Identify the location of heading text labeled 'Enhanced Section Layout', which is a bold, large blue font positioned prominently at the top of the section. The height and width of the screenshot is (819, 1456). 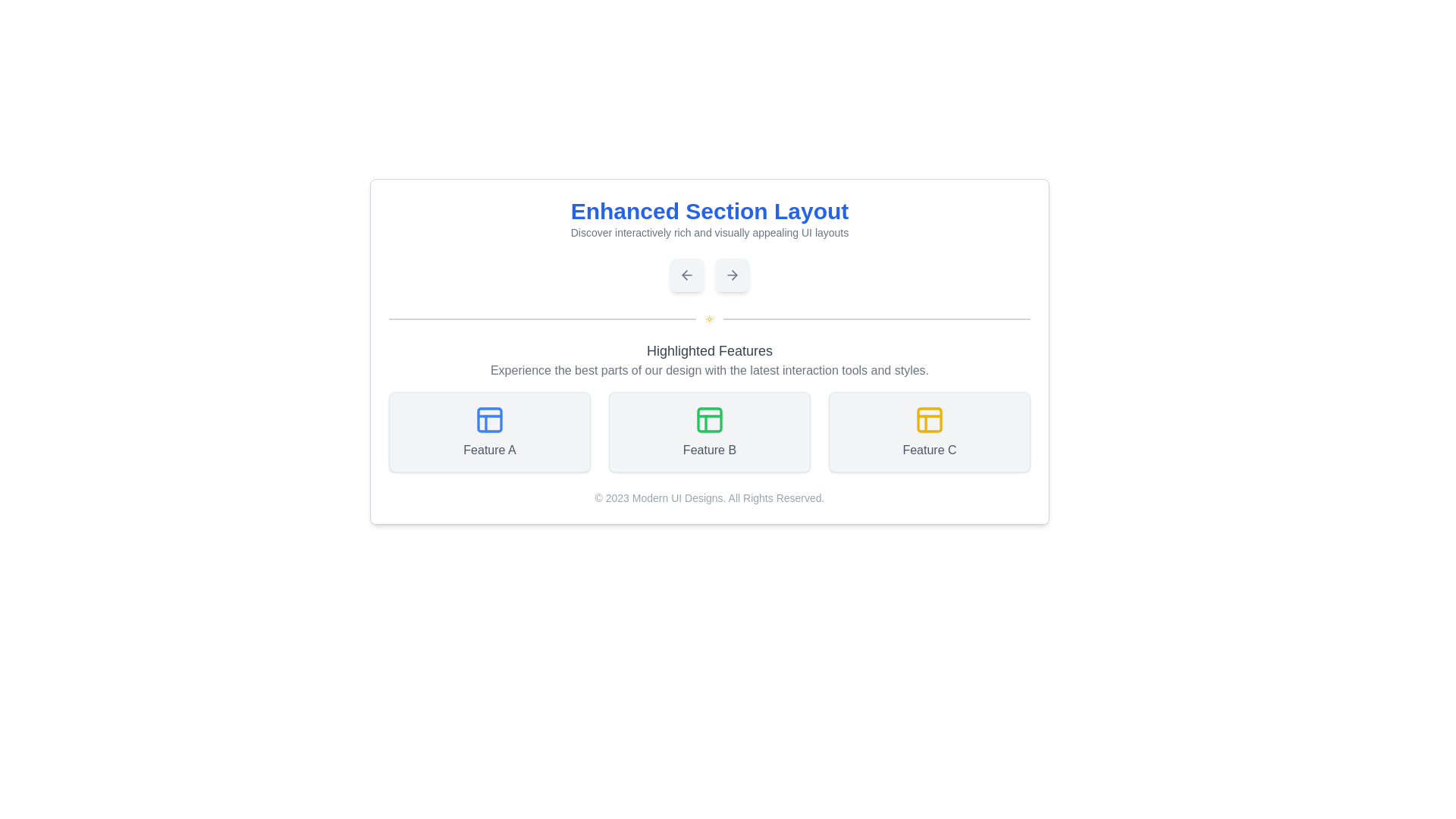
(709, 211).